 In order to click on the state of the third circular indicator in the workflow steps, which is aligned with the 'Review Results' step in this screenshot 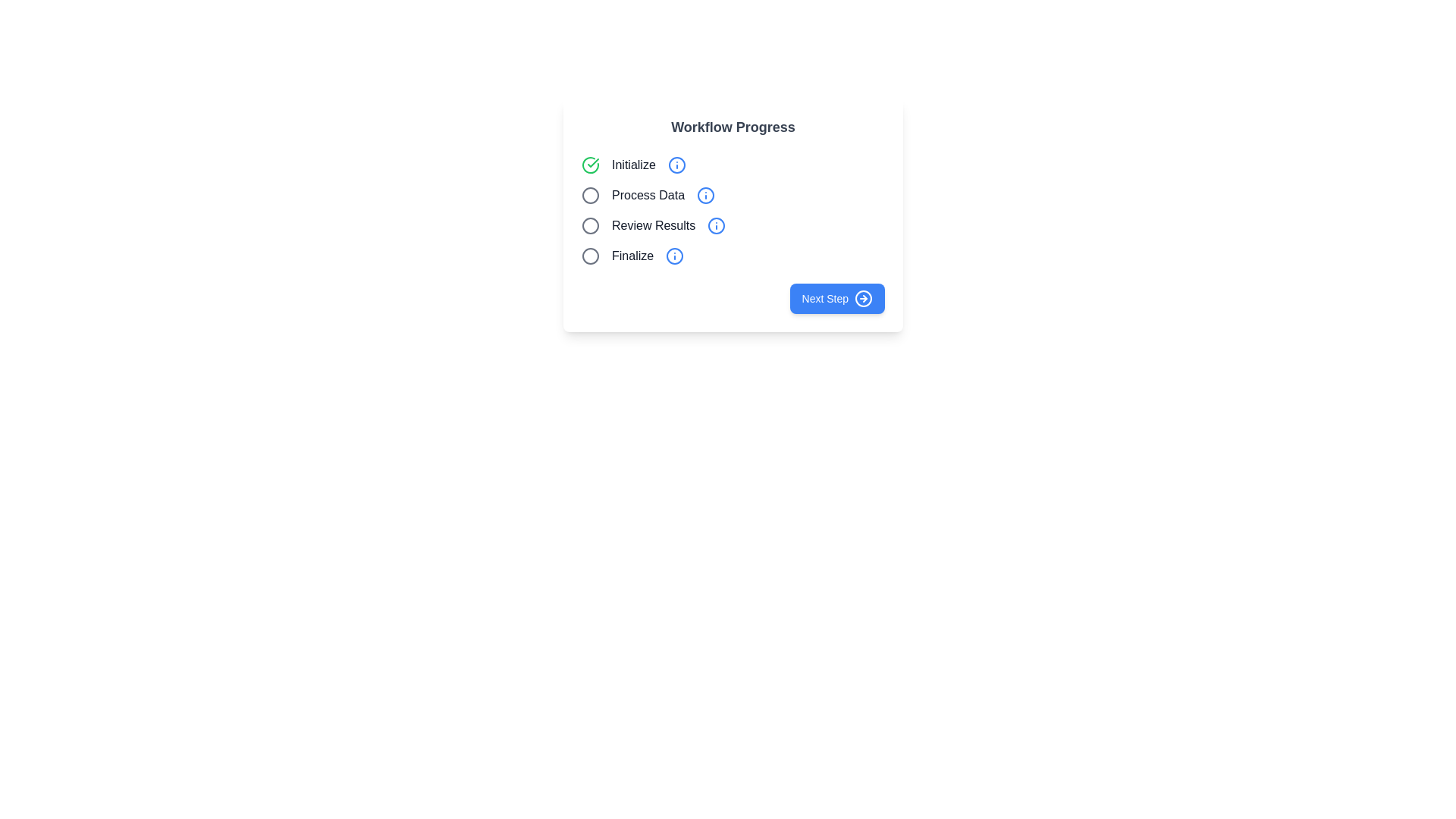, I will do `click(589, 225)`.